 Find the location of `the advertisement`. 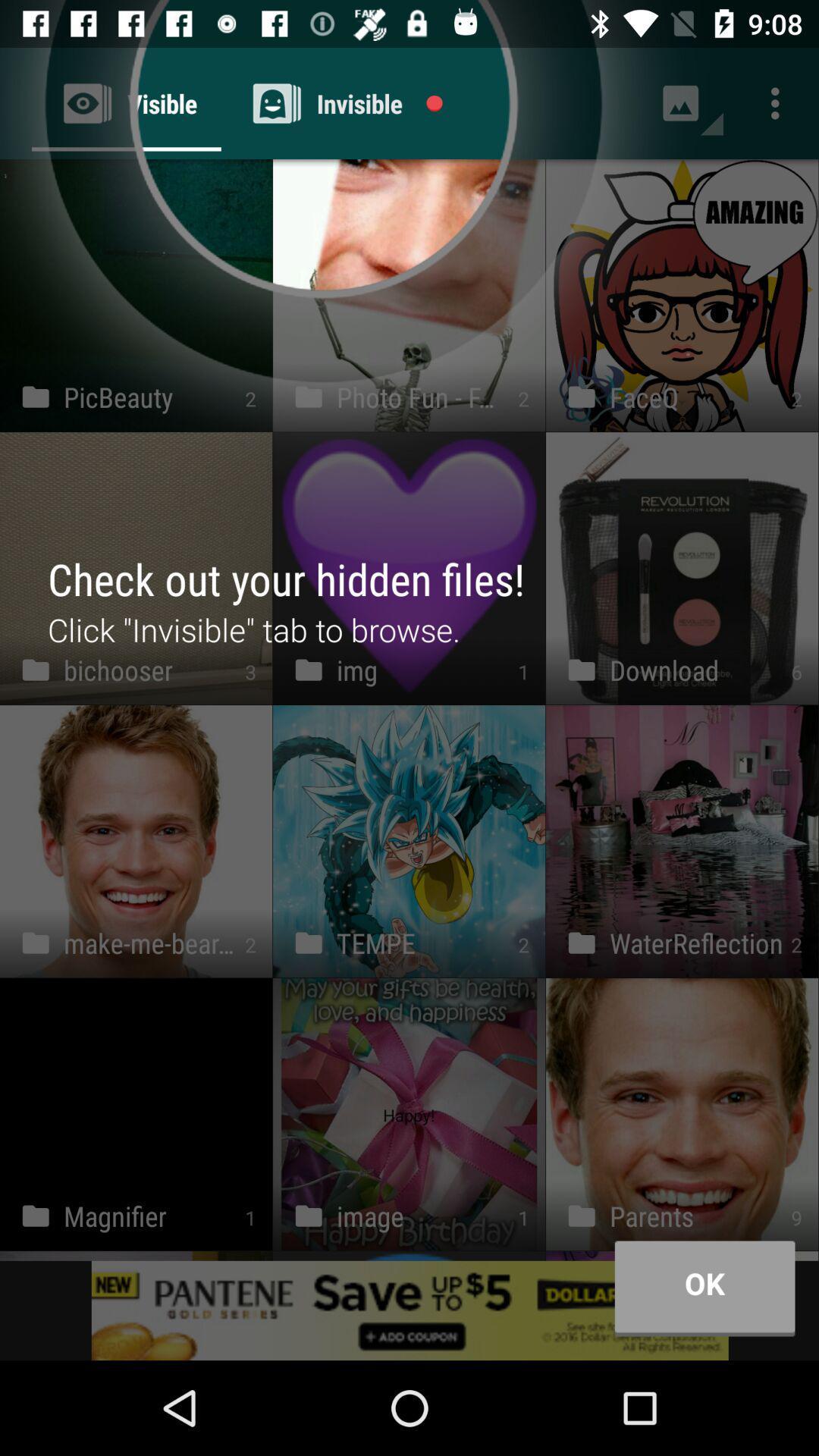

the advertisement is located at coordinates (409, 1310).